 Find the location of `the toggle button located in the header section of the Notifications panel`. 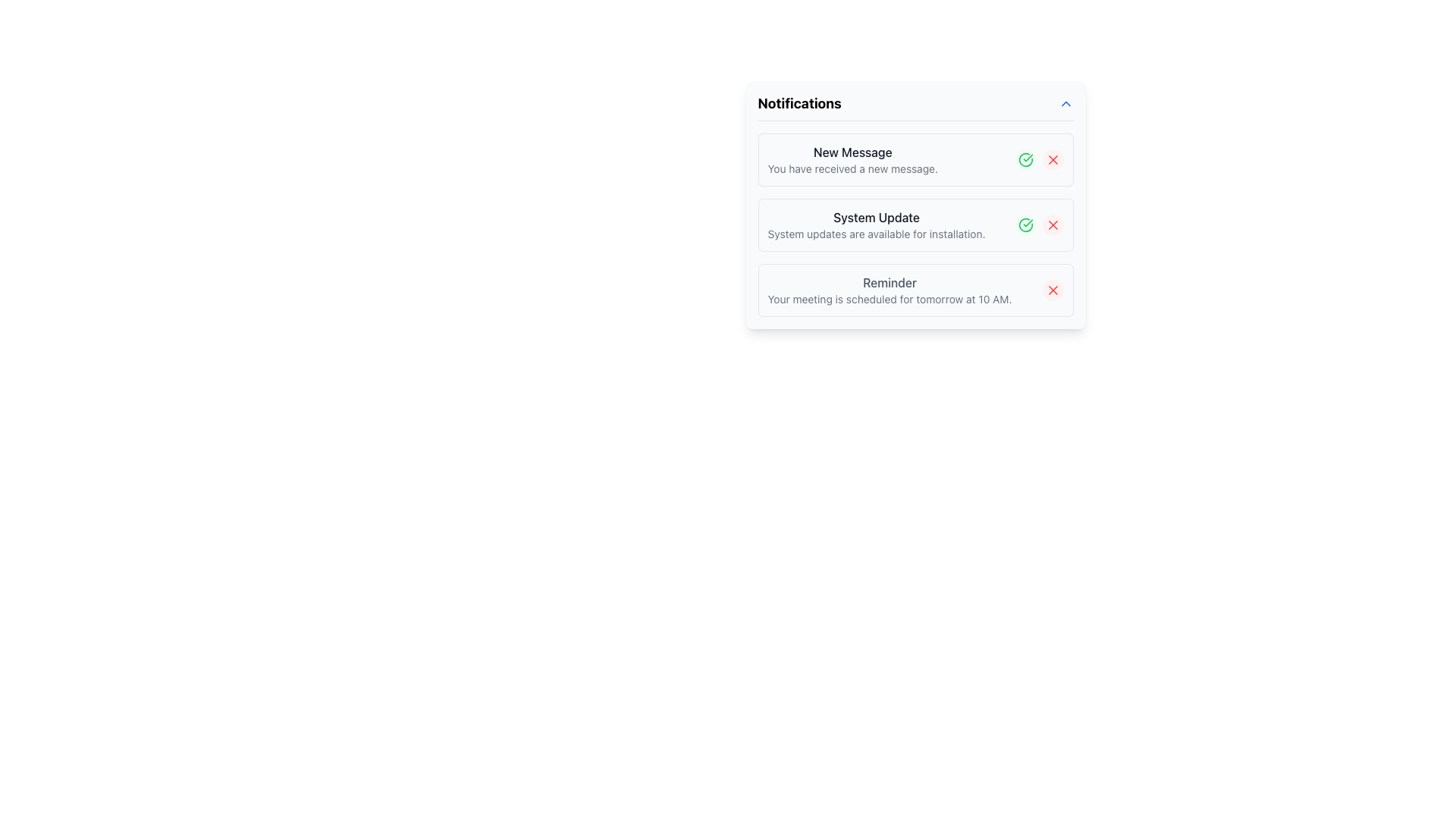

the toggle button located in the header section of the Notifications panel is located at coordinates (1065, 103).